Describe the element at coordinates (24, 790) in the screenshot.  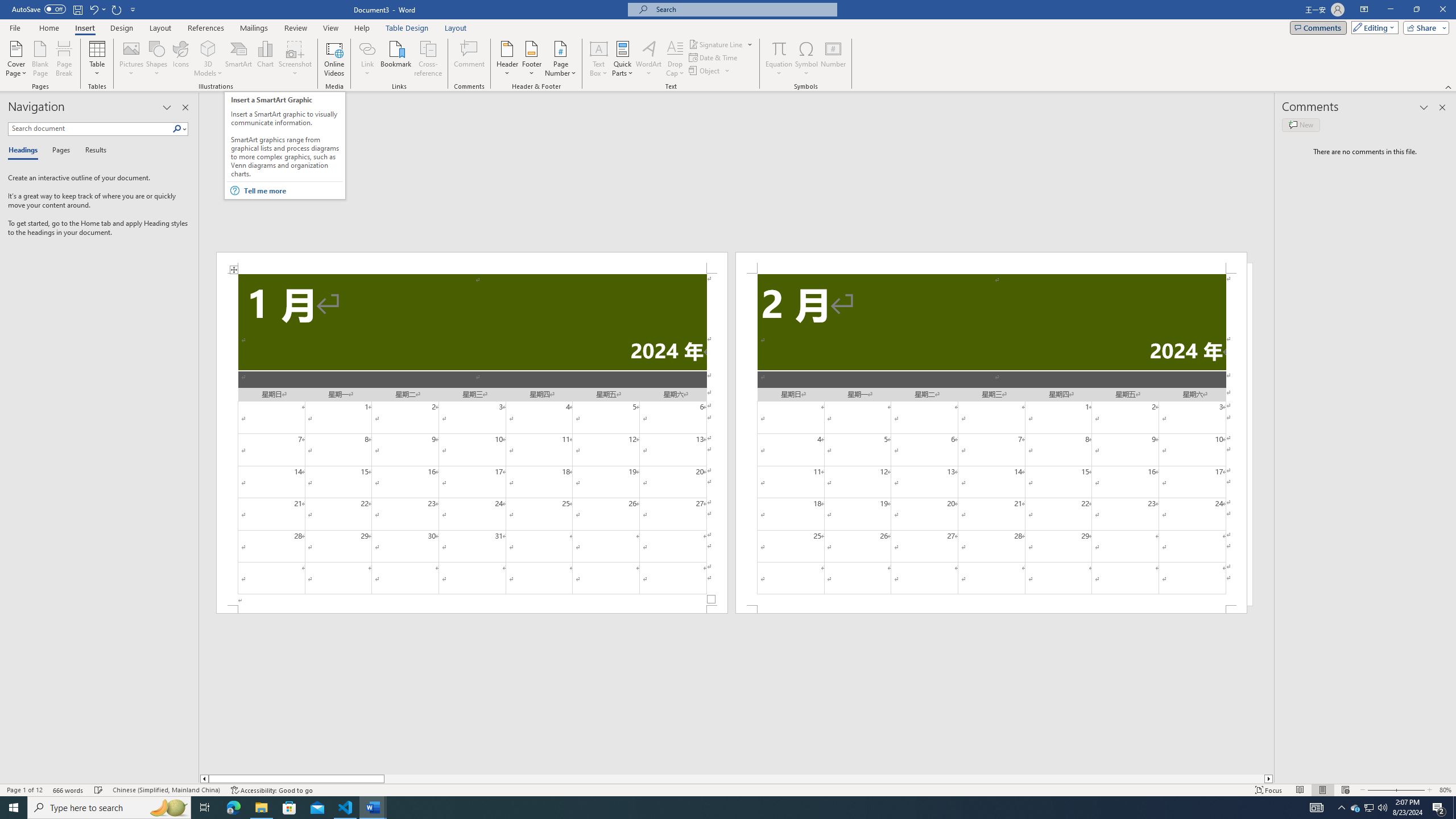
I see `'Page Number Page 1 of 12'` at that location.